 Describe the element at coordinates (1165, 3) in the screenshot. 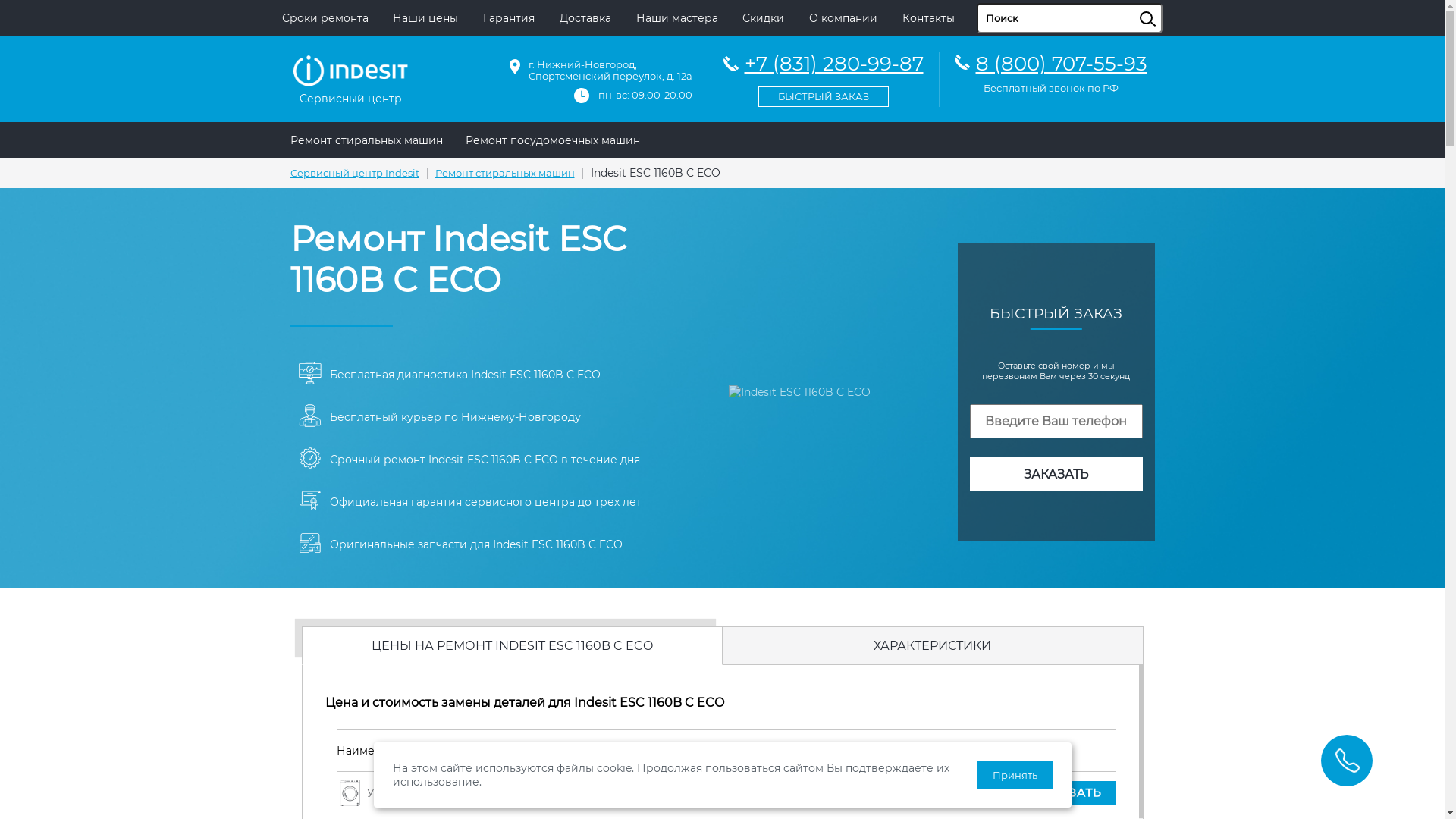

I see `'sisea.search'` at that location.